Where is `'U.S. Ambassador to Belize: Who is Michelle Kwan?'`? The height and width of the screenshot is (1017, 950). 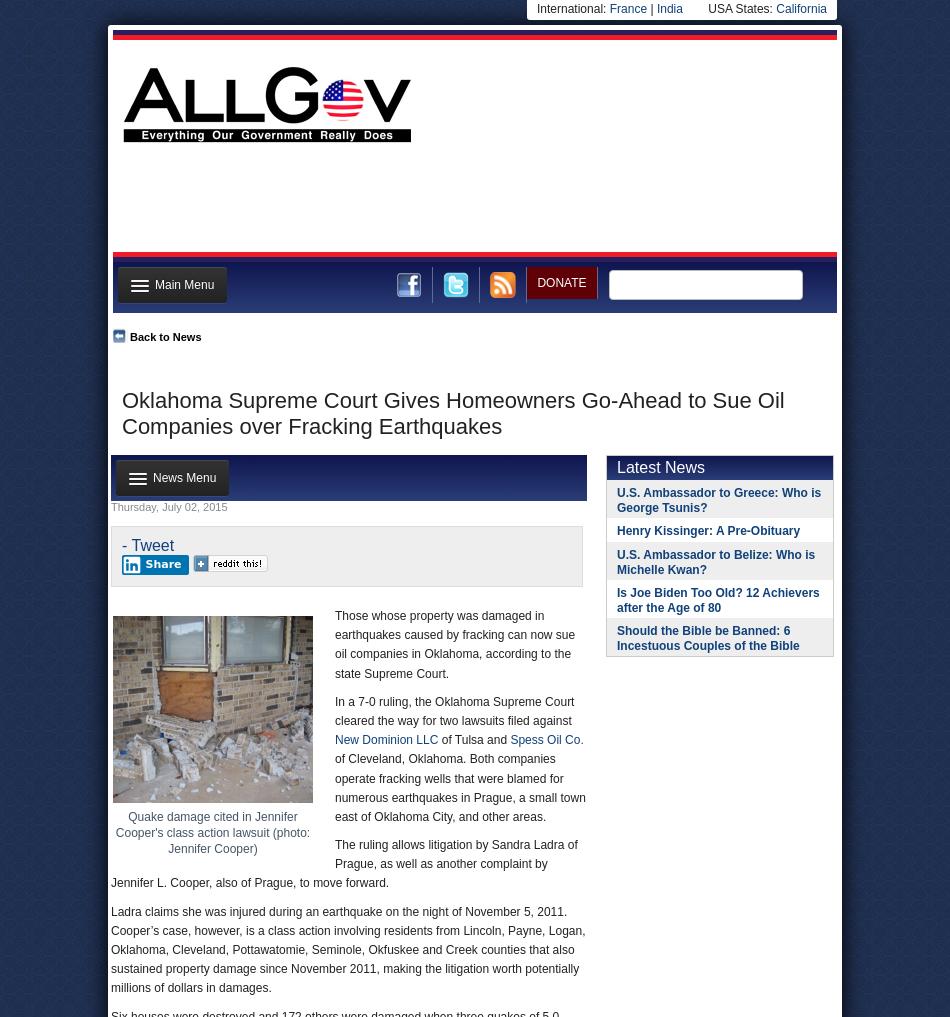
'U.S. Ambassador to Belize: Who is Michelle Kwan?' is located at coordinates (617, 562).